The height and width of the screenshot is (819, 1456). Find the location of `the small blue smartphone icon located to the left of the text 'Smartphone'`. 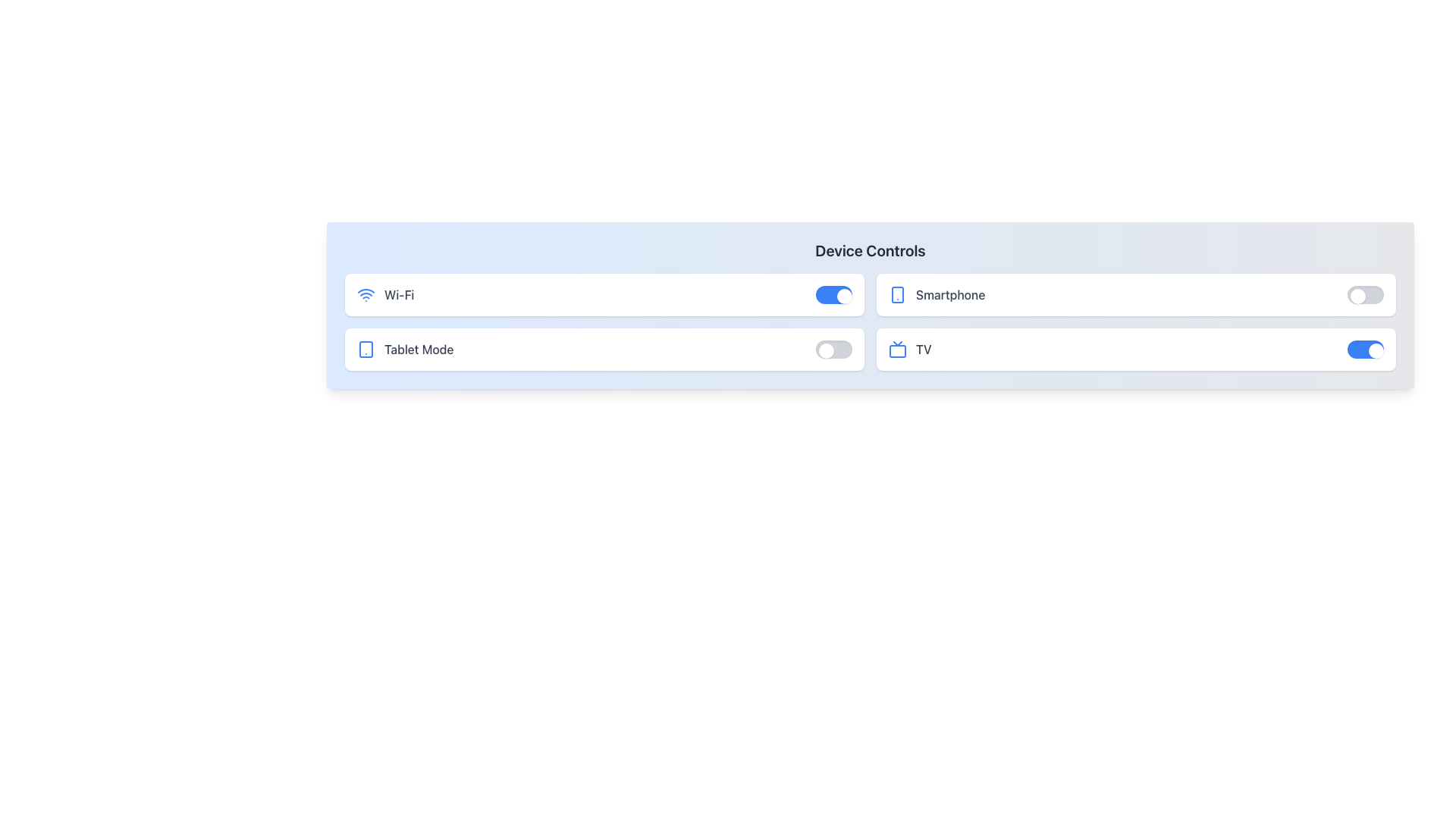

the small blue smartphone icon located to the left of the text 'Smartphone' is located at coordinates (898, 295).